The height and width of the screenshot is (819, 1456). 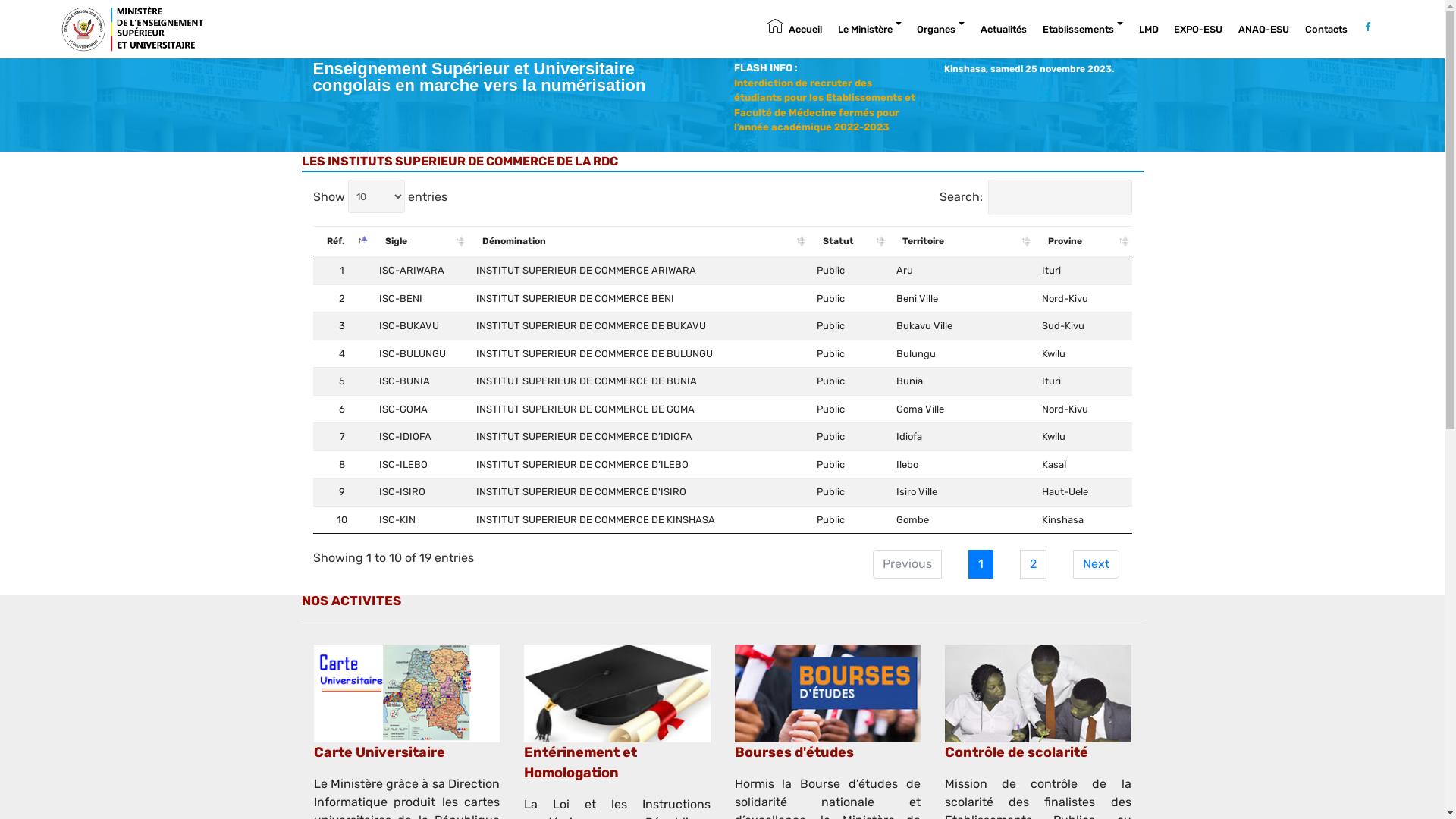 What do you see at coordinates (1149, 29) in the screenshot?
I see `'LMD'` at bounding box center [1149, 29].